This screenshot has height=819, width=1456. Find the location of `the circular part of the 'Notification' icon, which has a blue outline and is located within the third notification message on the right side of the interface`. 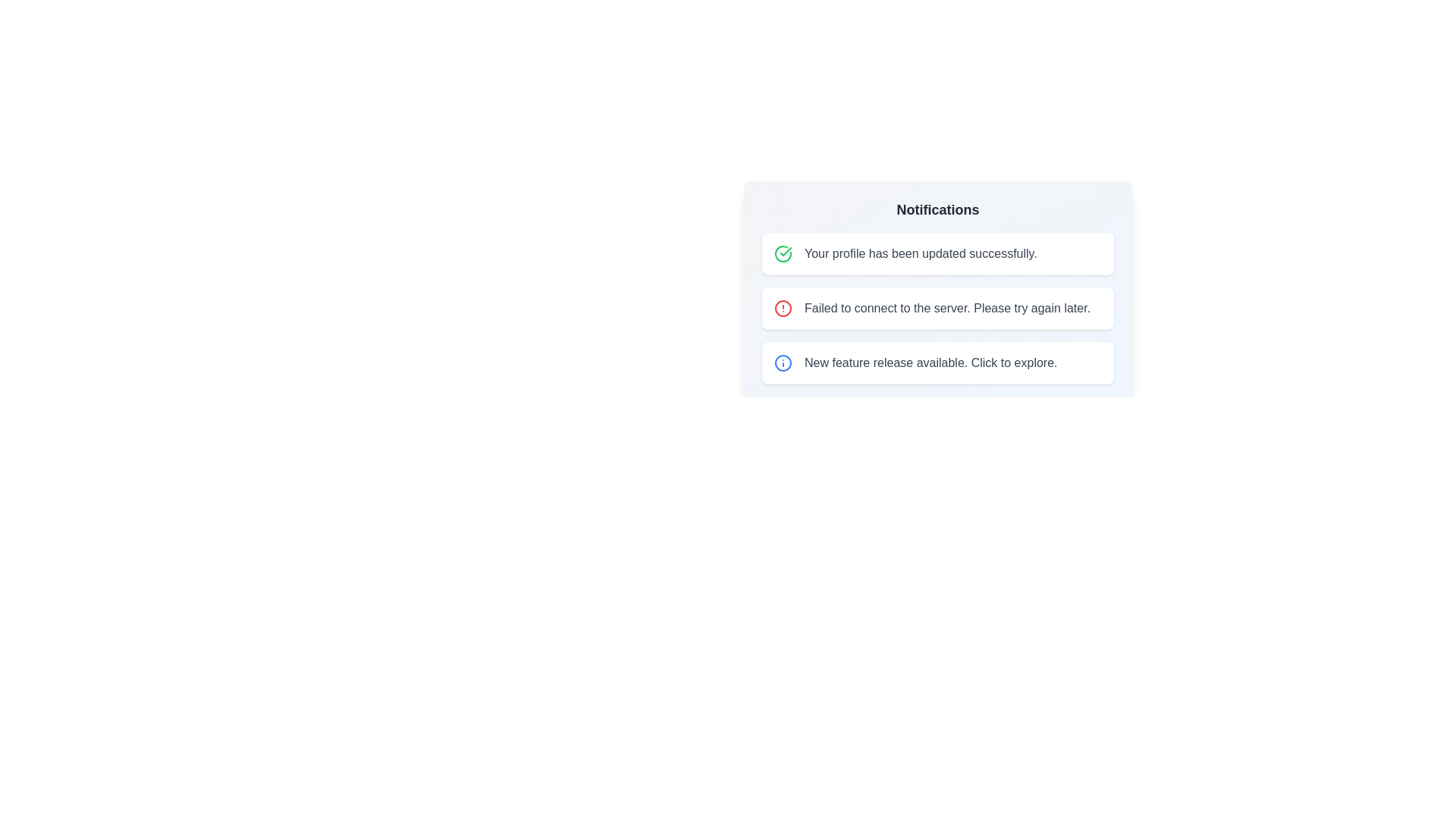

the circular part of the 'Notification' icon, which has a blue outline and is located within the third notification message on the right side of the interface is located at coordinates (783, 362).